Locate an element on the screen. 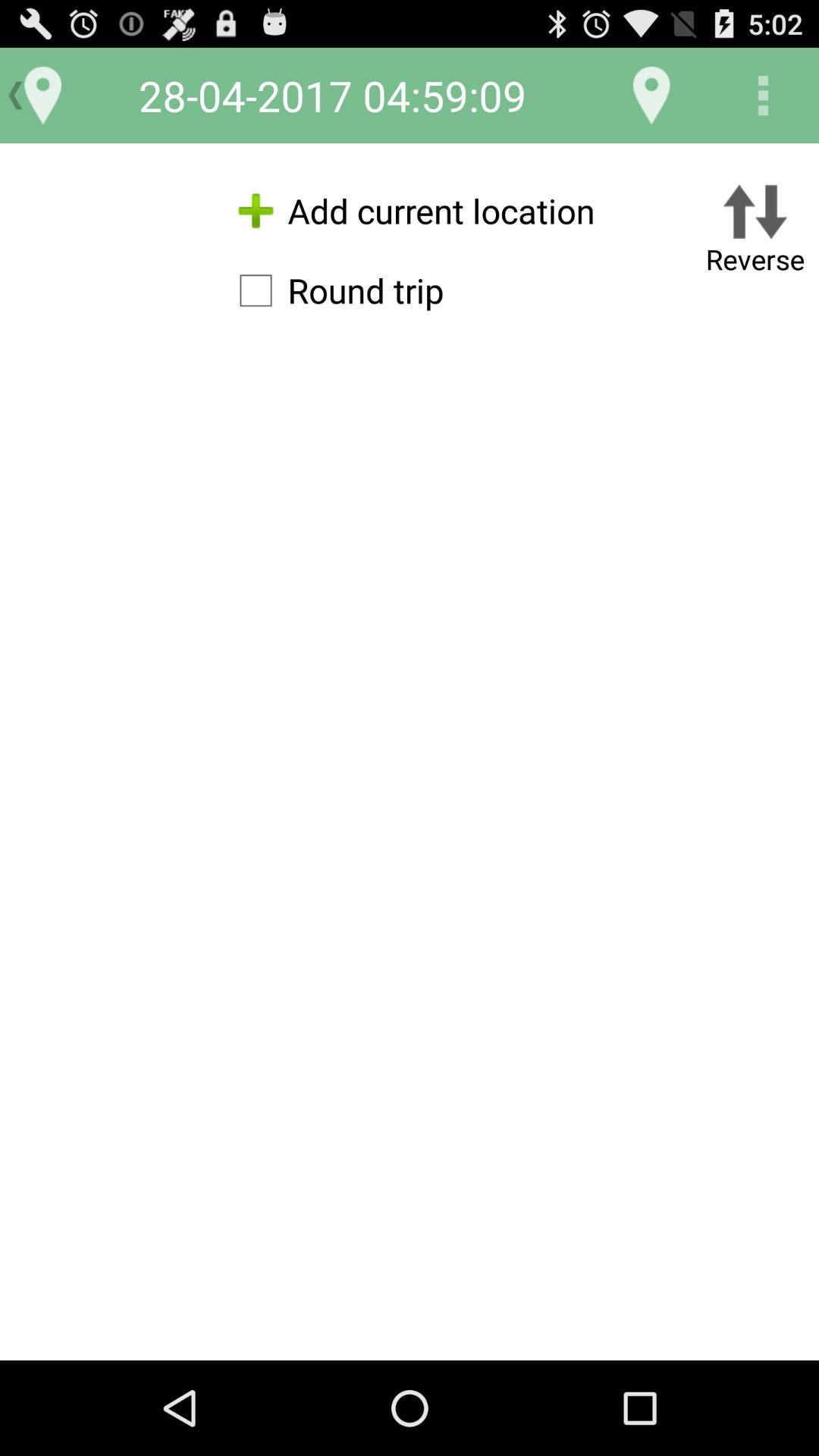 The width and height of the screenshot is (819, 1456). the item to the left of the reverse button is located at coordinates (333, 290).